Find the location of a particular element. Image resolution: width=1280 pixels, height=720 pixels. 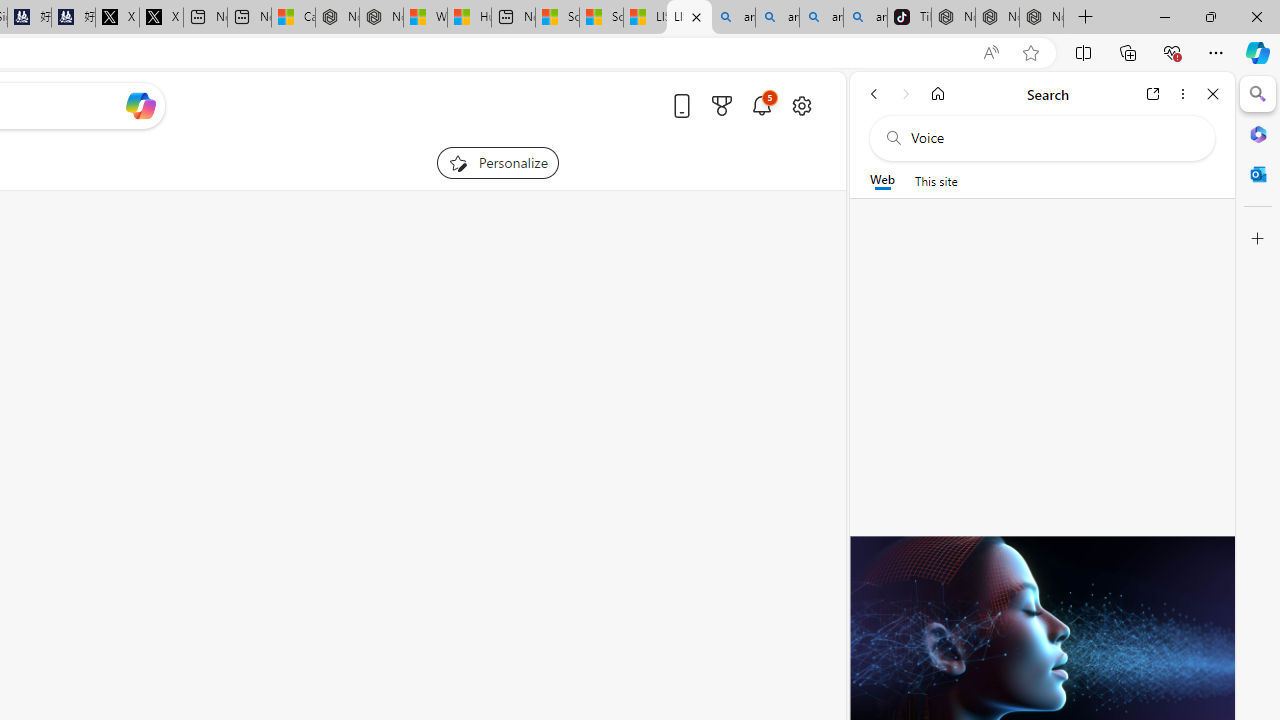

'This site scope' is located at coordinates (935, 180).